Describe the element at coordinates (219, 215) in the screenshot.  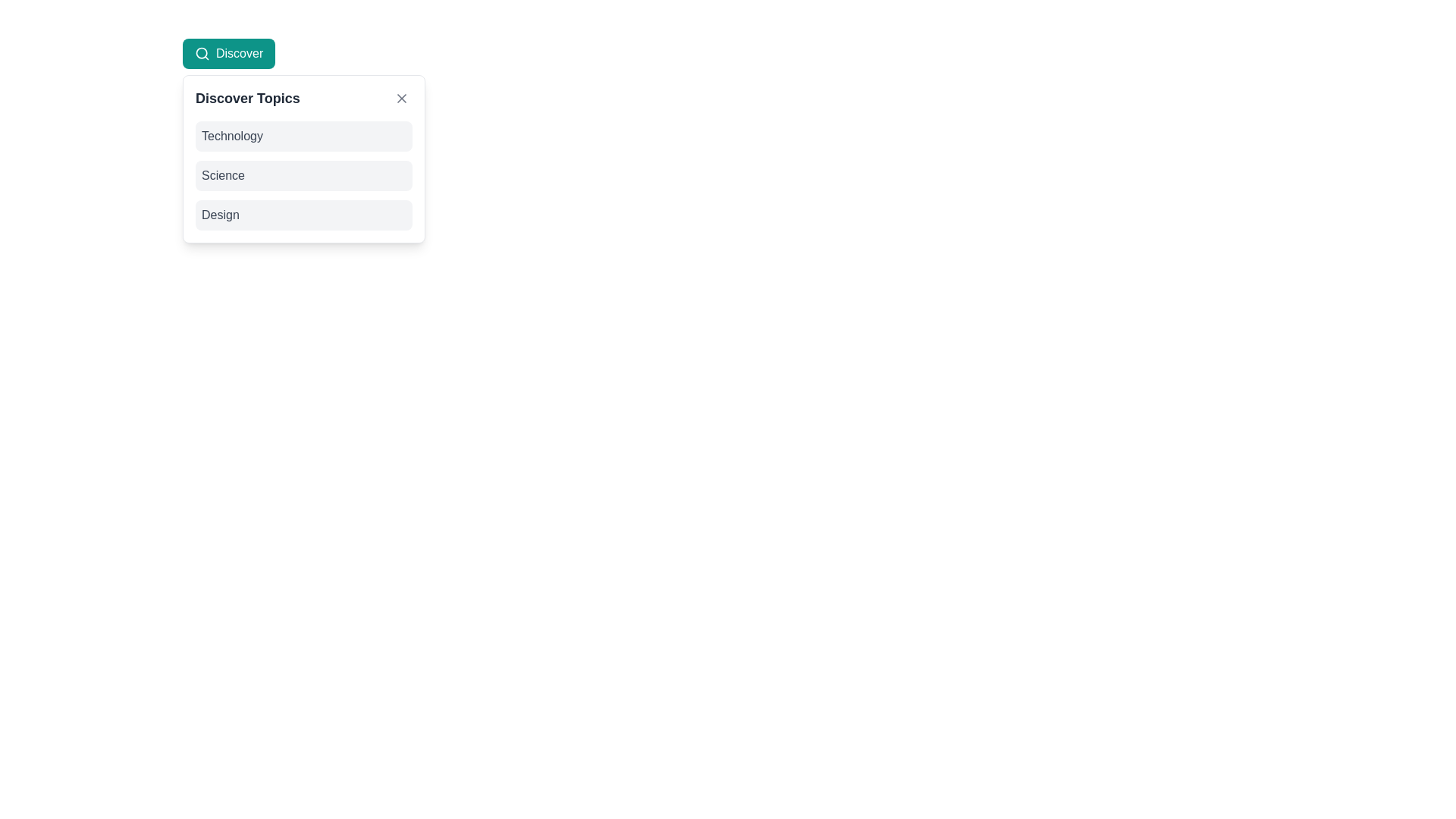
I see `the text label displaying 'Design' located within the 'Discover Topics' panel, positioned between 'Science' and the bottom margin` at that location.